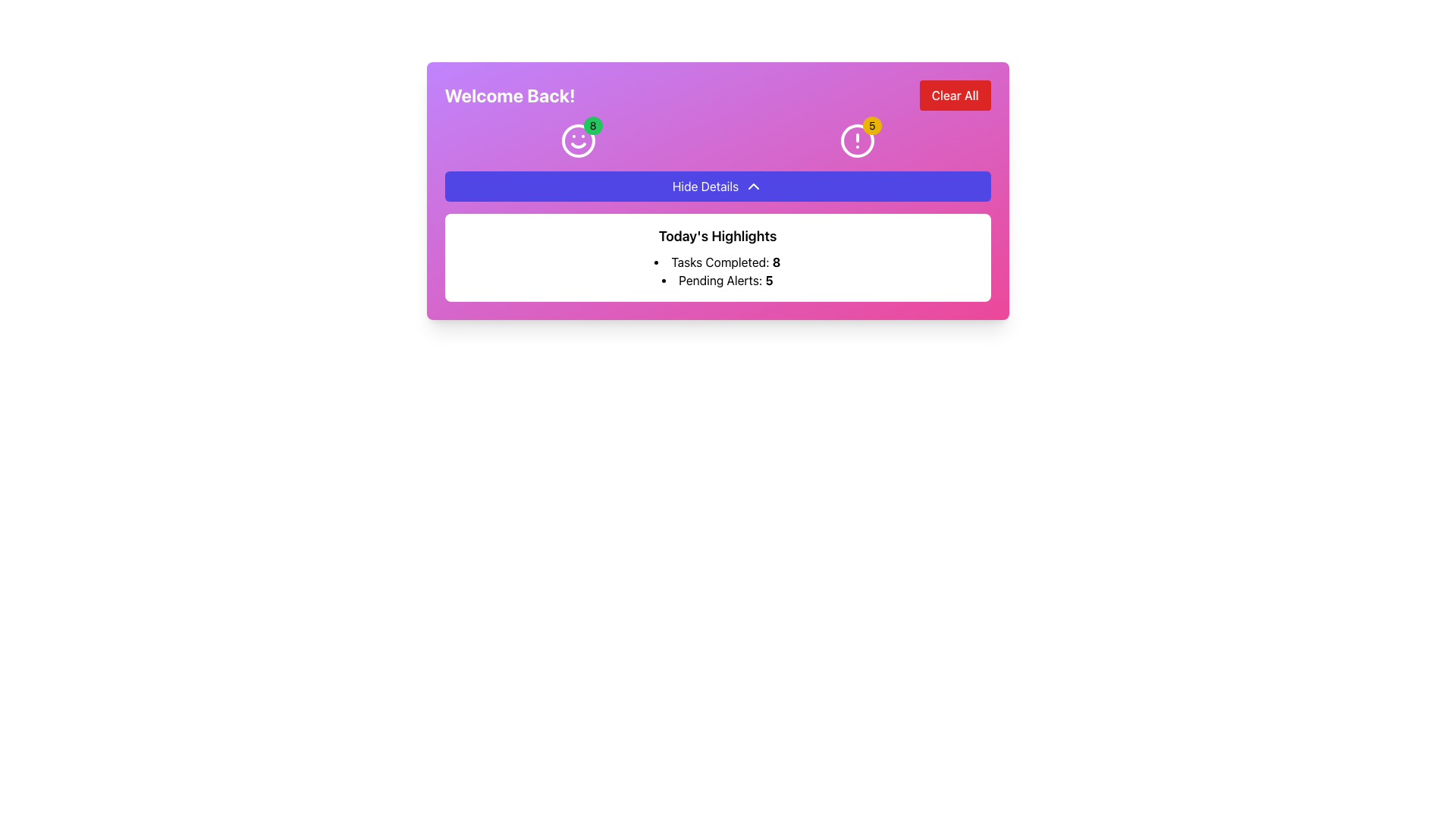 Image resolution: width=1456 pixels, height=819 pixels. I want to click on the text element displaying the number '8', which represents the count of completed tasks, located under the 'Today's Highlights' section, so click(777, 262).